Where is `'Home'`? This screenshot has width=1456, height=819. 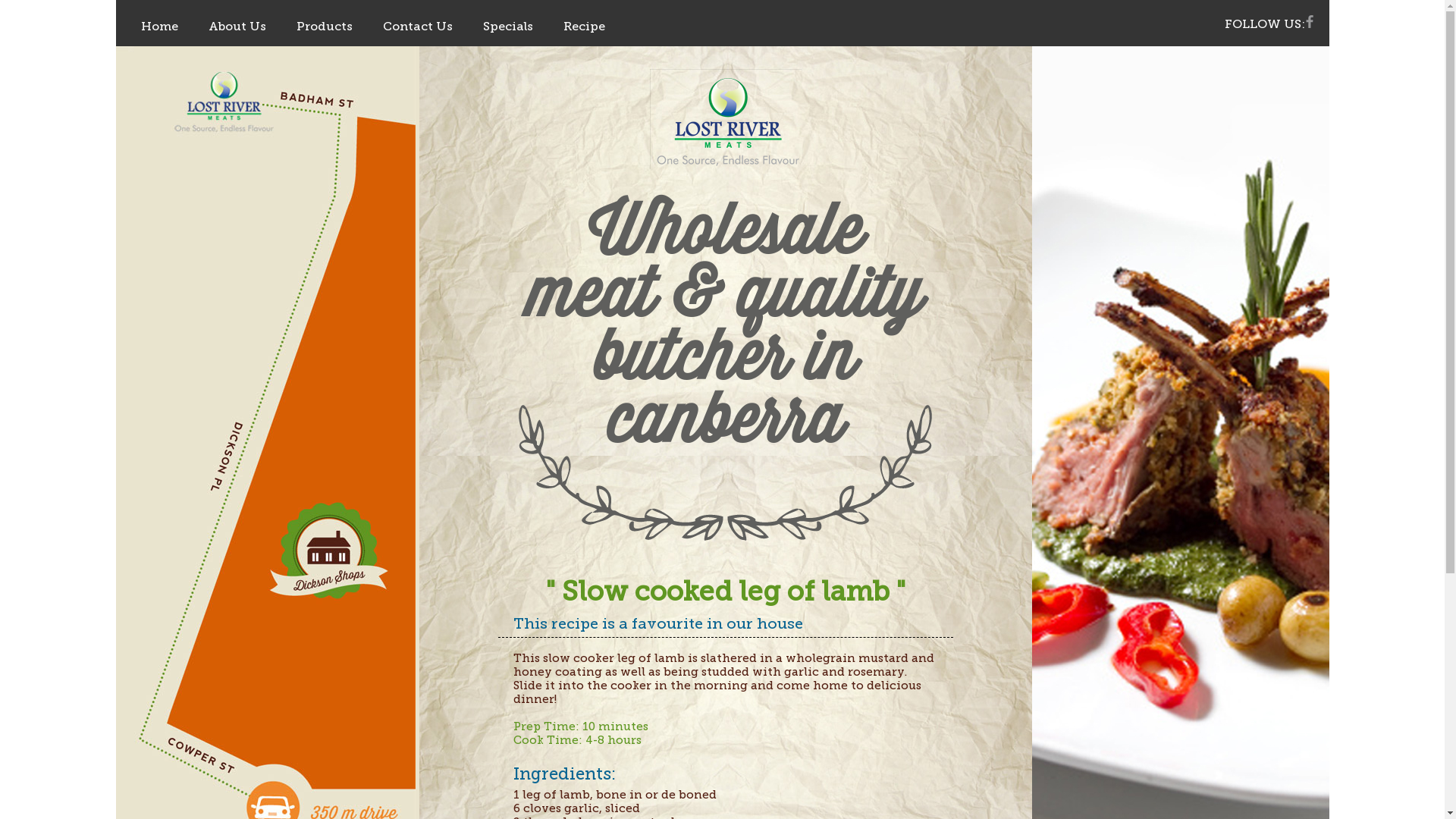 'Home' is located at coordinates (159, 26).